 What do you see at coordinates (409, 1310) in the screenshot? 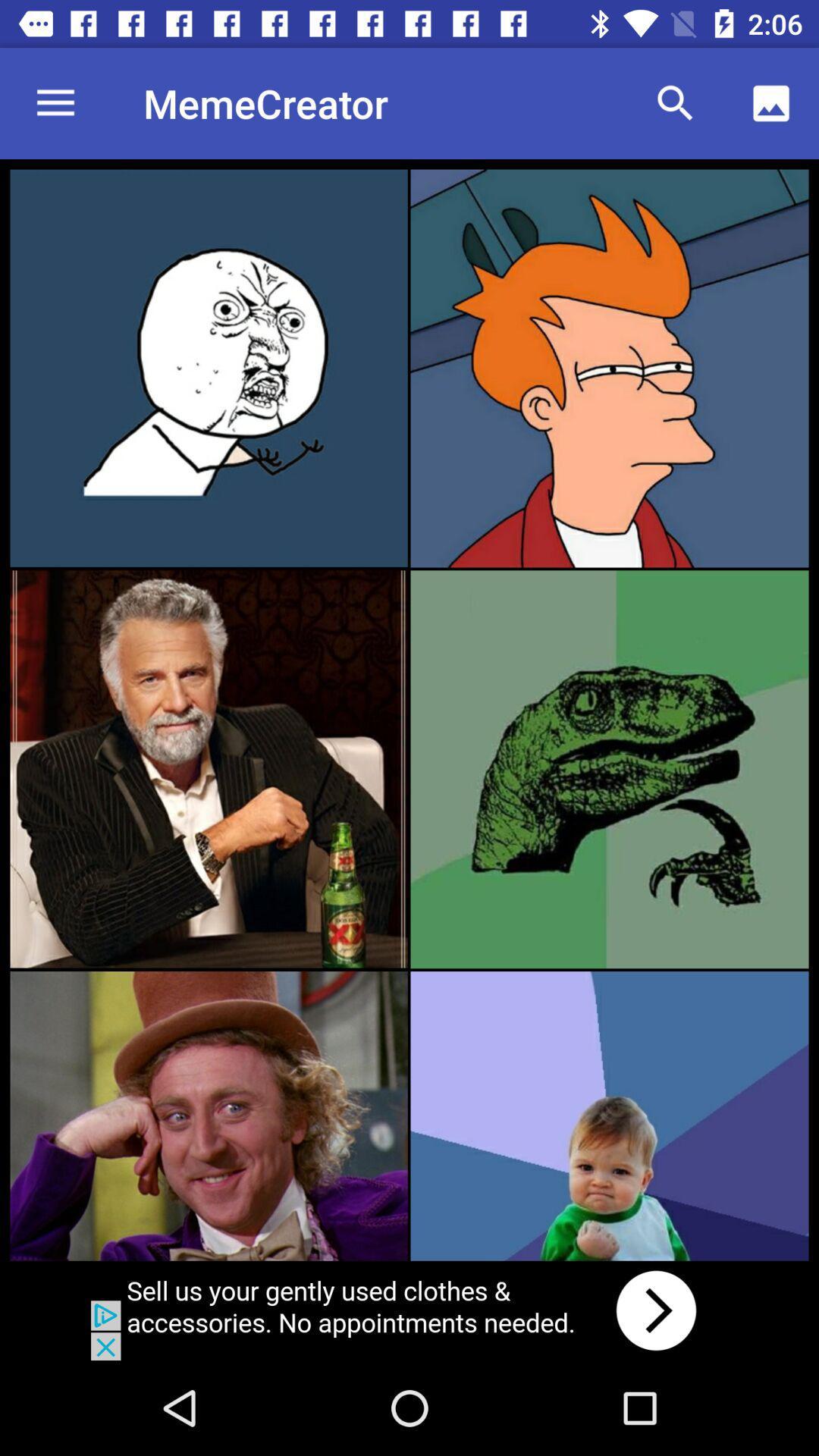
I see `click on advertisement` at bounding box center [409, 1310].